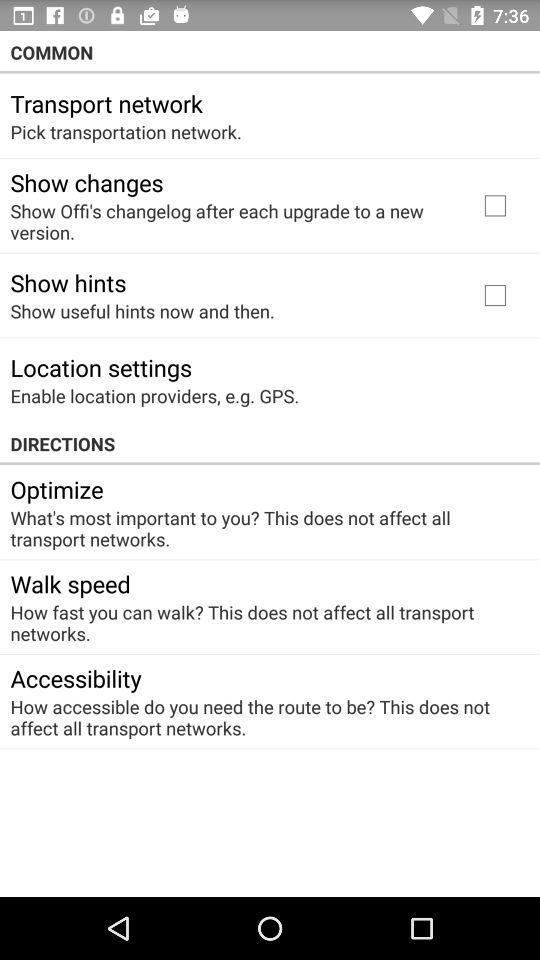 This screenshot has width=540, height=960. I want to click on the show changes item, so click(85, 182).